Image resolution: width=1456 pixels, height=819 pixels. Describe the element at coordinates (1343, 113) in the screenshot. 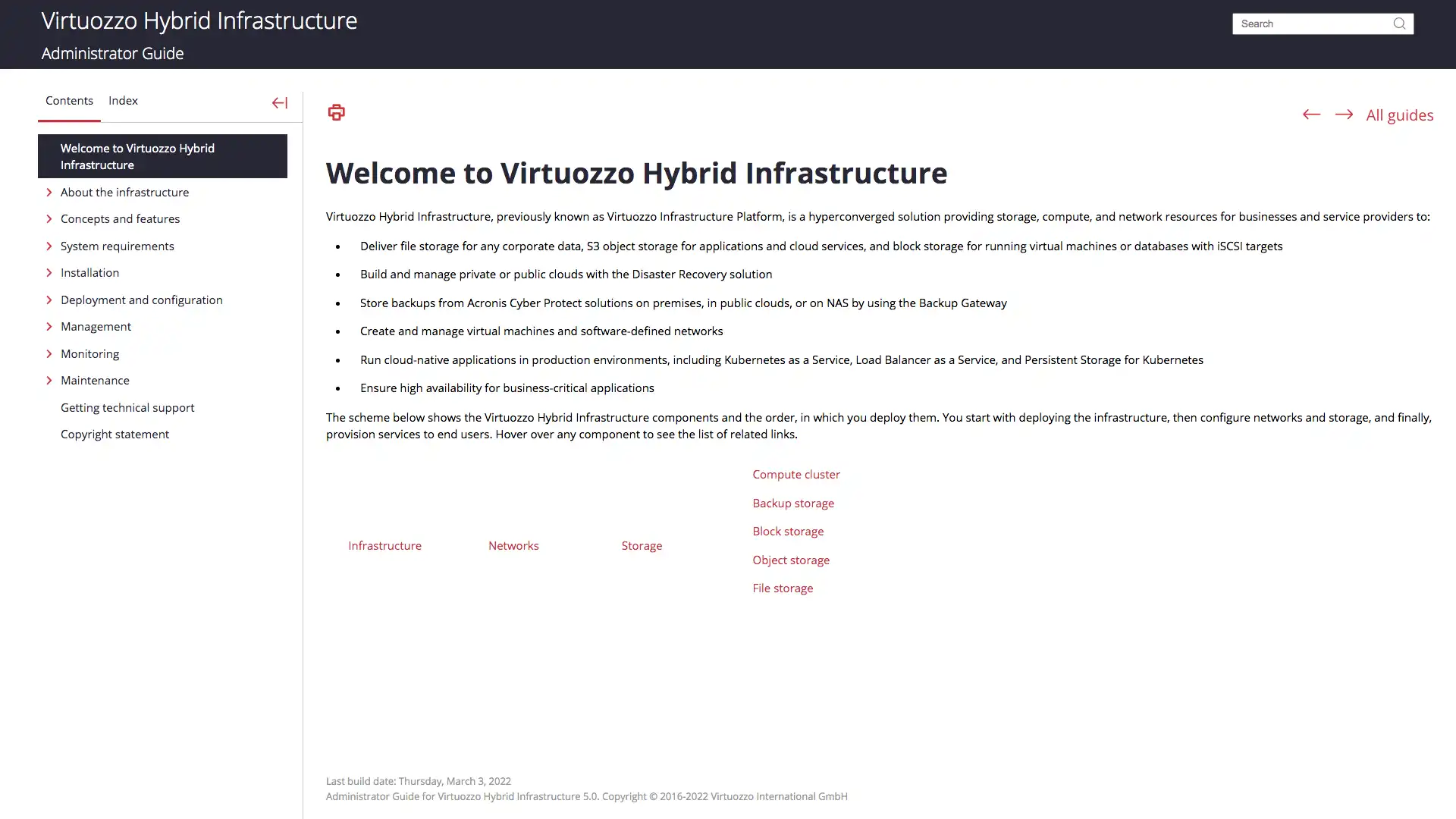

I see `Navigate next` at that location.